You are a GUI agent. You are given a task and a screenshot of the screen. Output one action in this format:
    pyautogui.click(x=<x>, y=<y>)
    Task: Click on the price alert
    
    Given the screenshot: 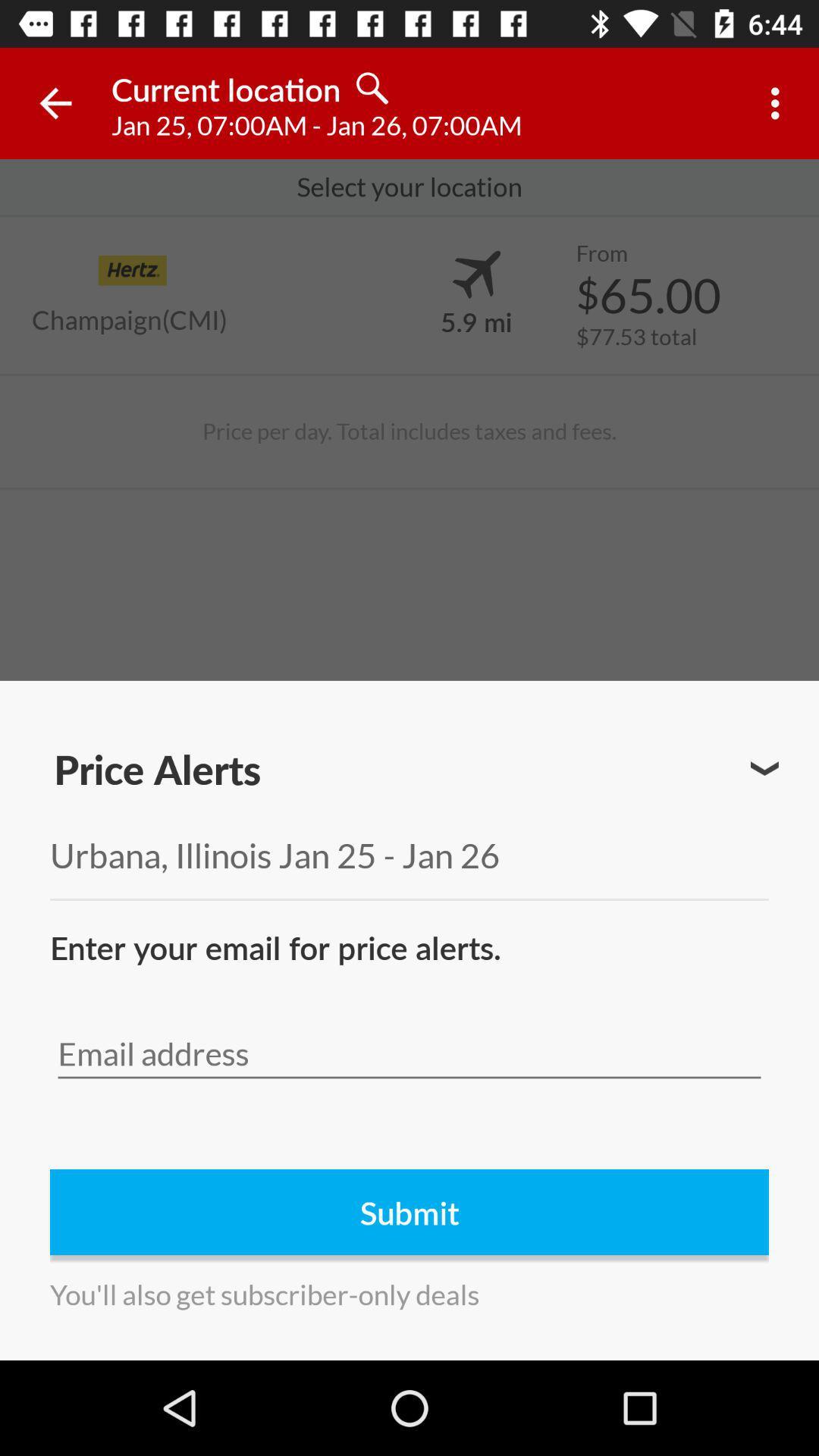 What is the action you would take?
    pyautogui.click(x=764, y=768)
    